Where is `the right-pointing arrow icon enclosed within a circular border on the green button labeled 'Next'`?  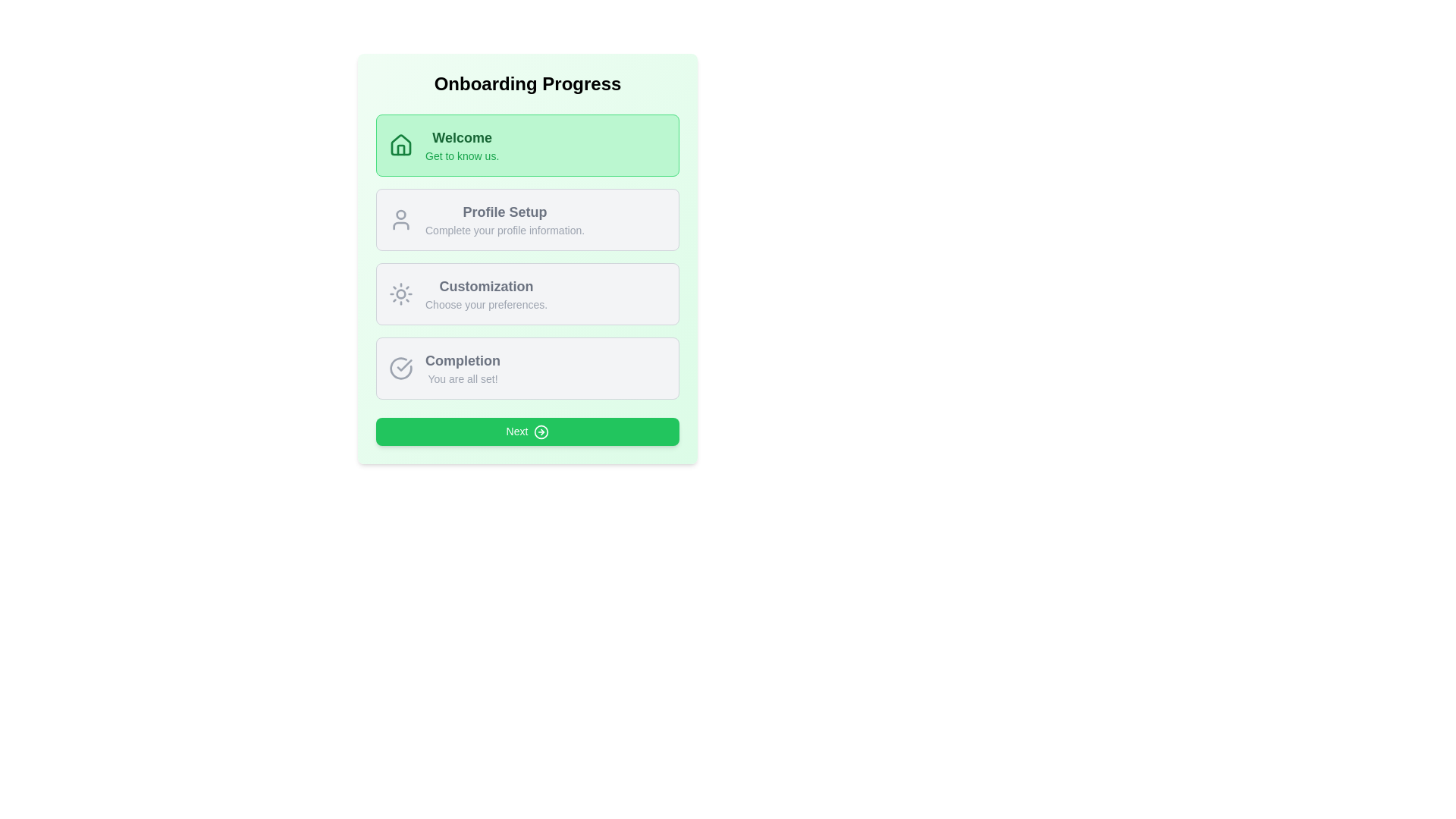 the right-pointing arrow icon enclosed within a circular border on the green button labeled 'Next' is located at coordinates (541, 432).